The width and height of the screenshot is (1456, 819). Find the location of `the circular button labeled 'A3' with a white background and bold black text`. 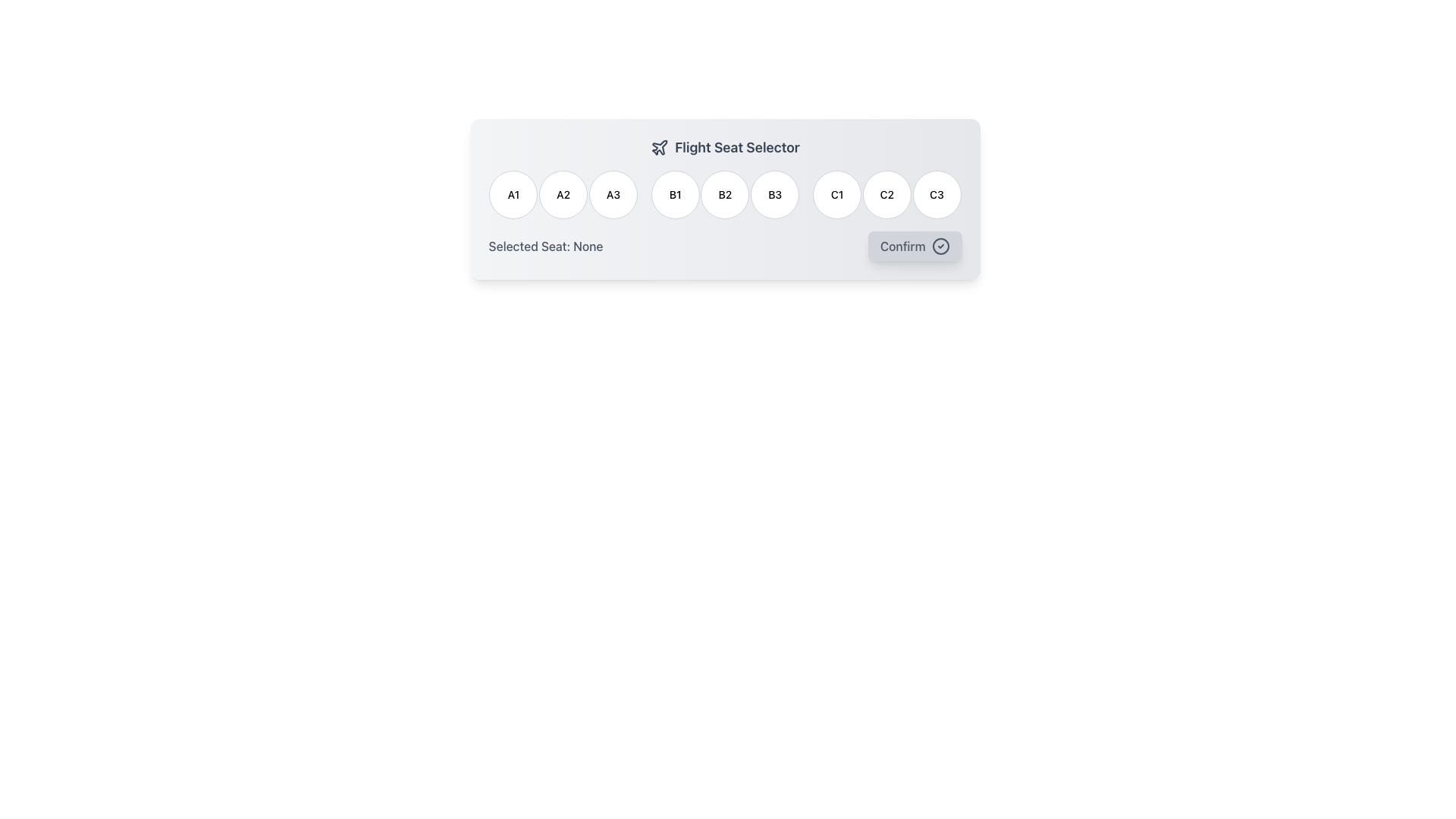

the circular button labeled 'A3' with a white background and bold black text is located at coordinates (613, 194).